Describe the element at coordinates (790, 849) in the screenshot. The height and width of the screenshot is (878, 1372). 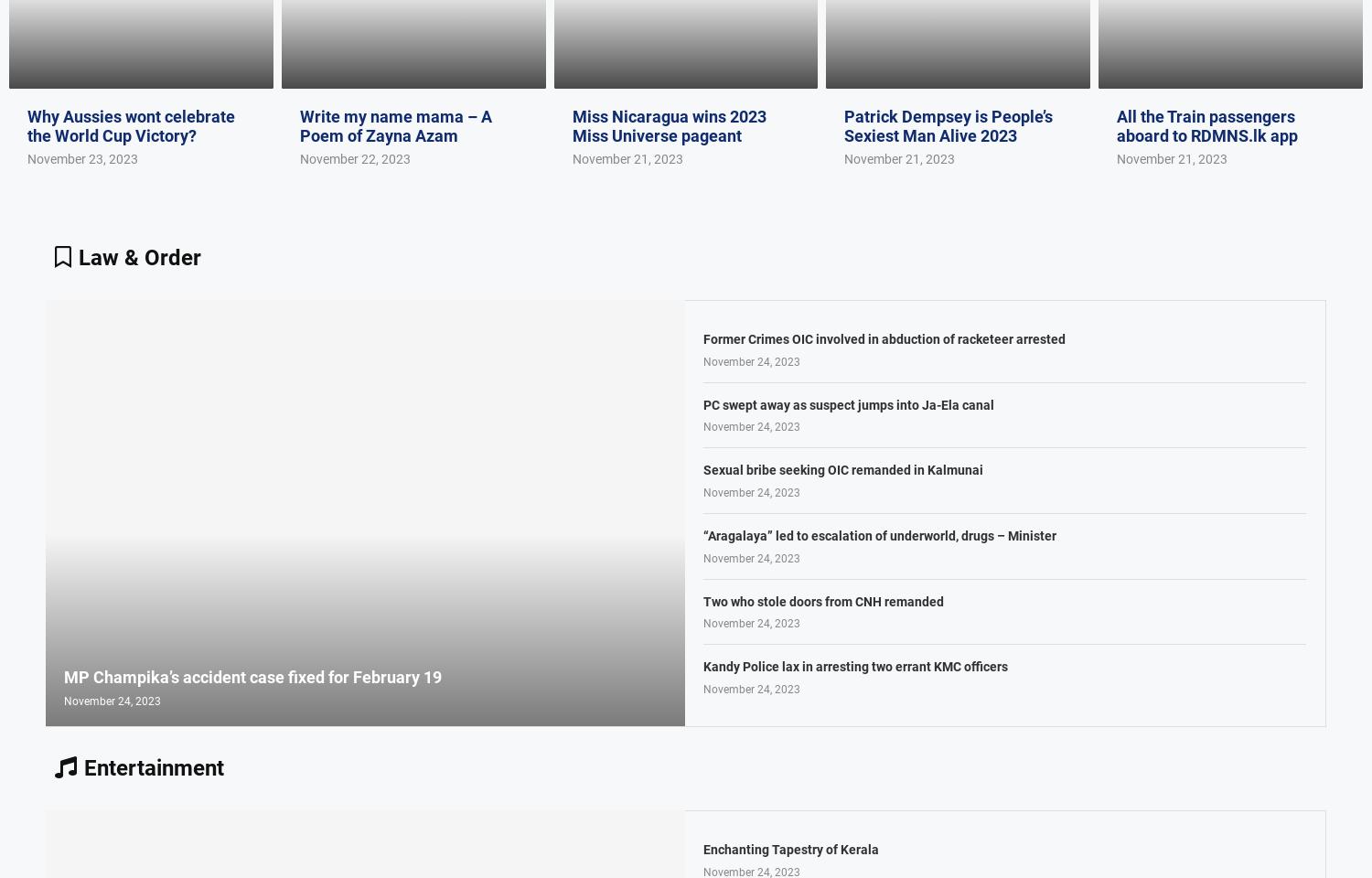
I see `'Enchanting Tapestry of Kerala'` at that location.